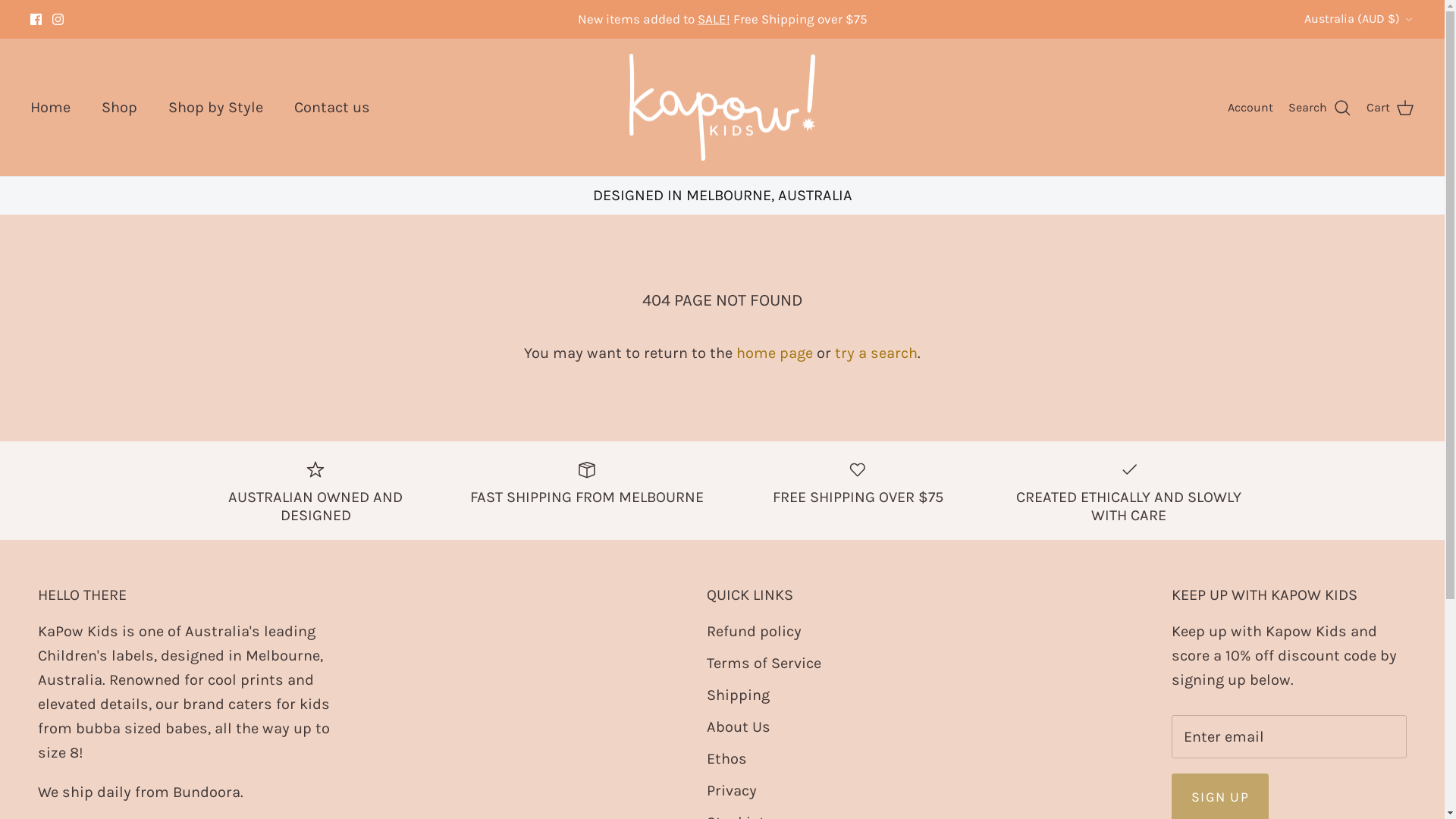  I want to click on 'Shipping', so click(738, 695).